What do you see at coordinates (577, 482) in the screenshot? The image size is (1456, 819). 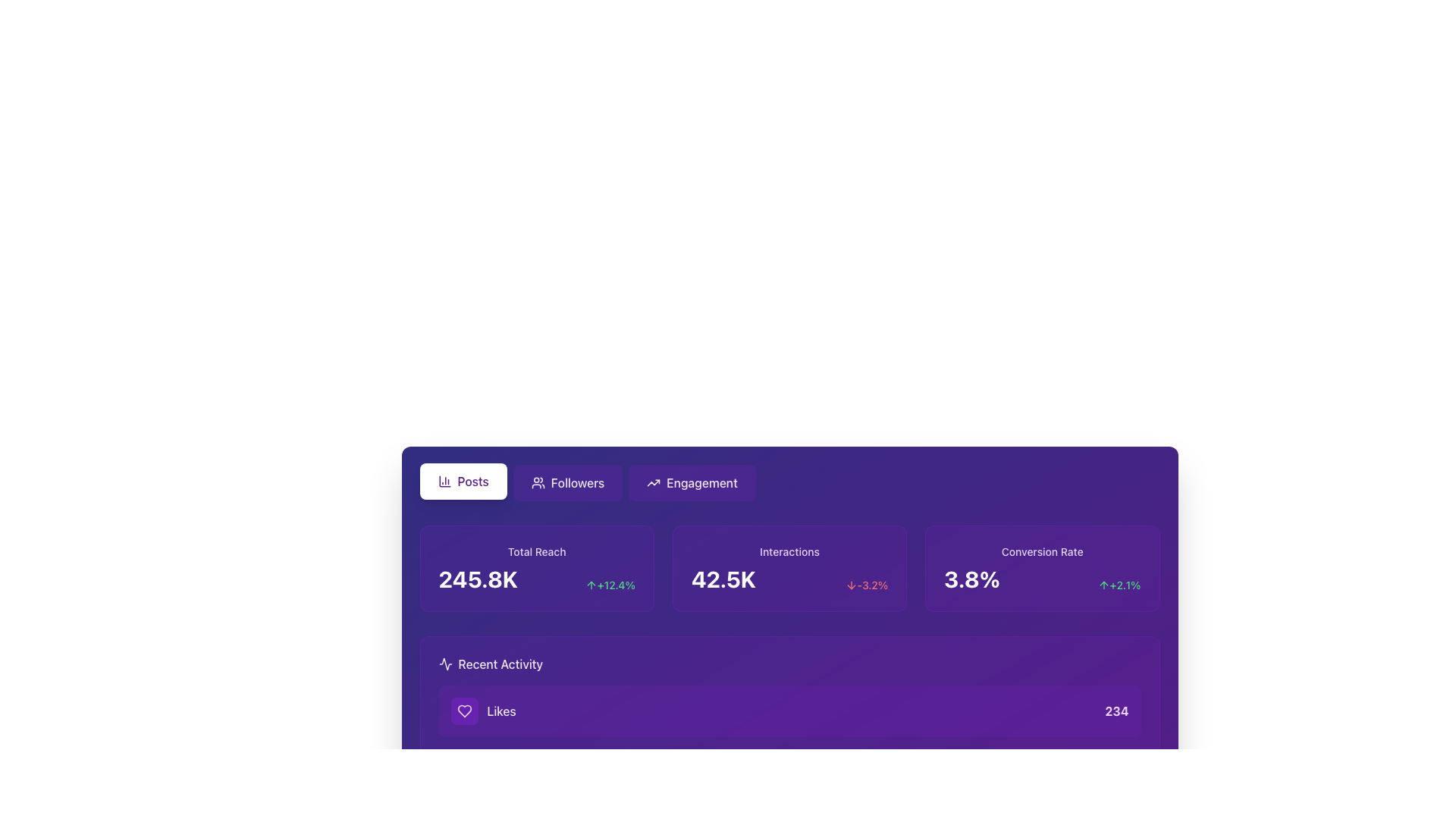 I see `the 'Followers' label, which is a medium-weight purple text on a rectangular button with softened corners, located in the upper row of navigation buttons` at bounding box center [577, 482].